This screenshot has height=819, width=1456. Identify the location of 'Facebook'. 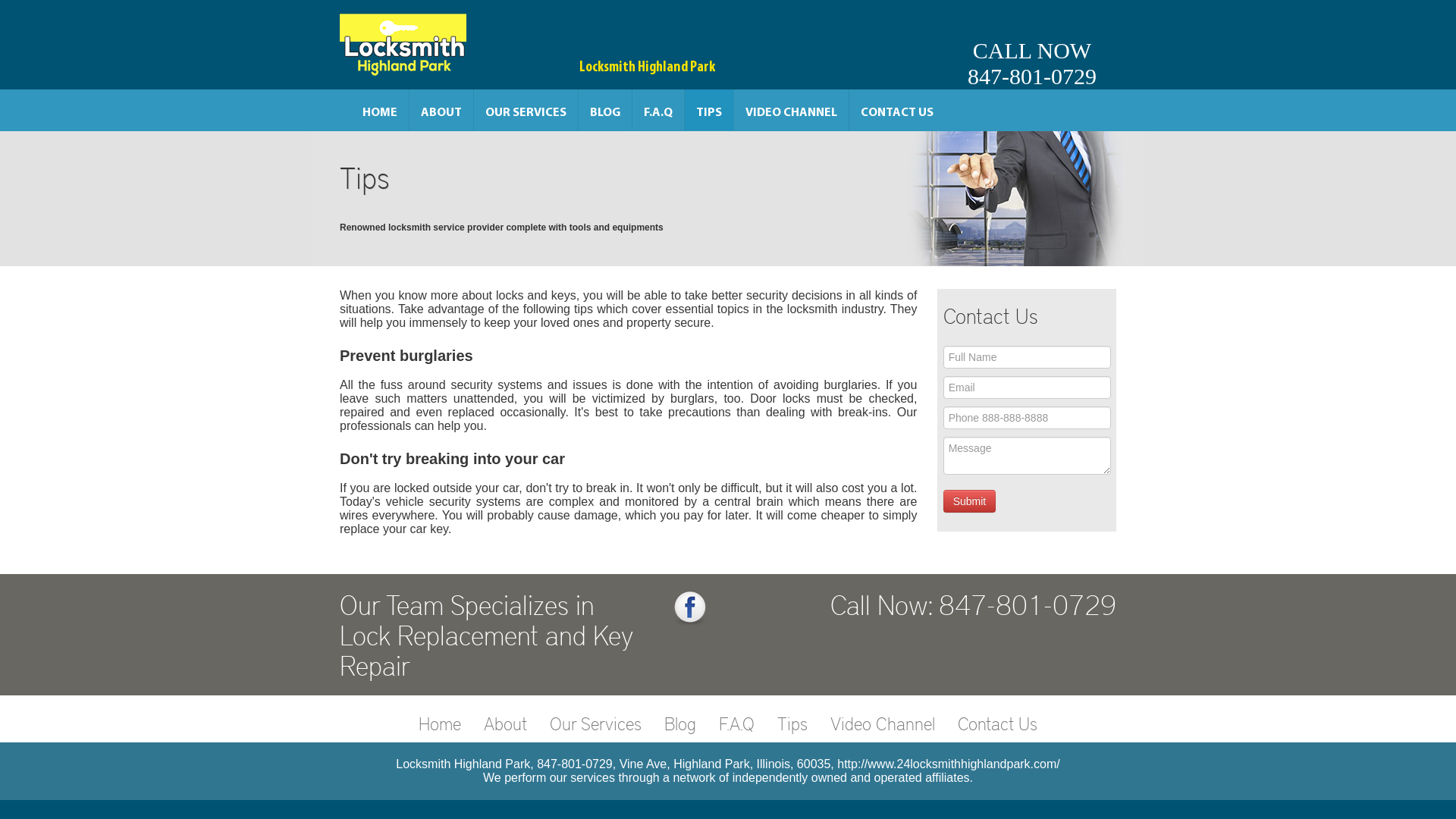
(689, 607).